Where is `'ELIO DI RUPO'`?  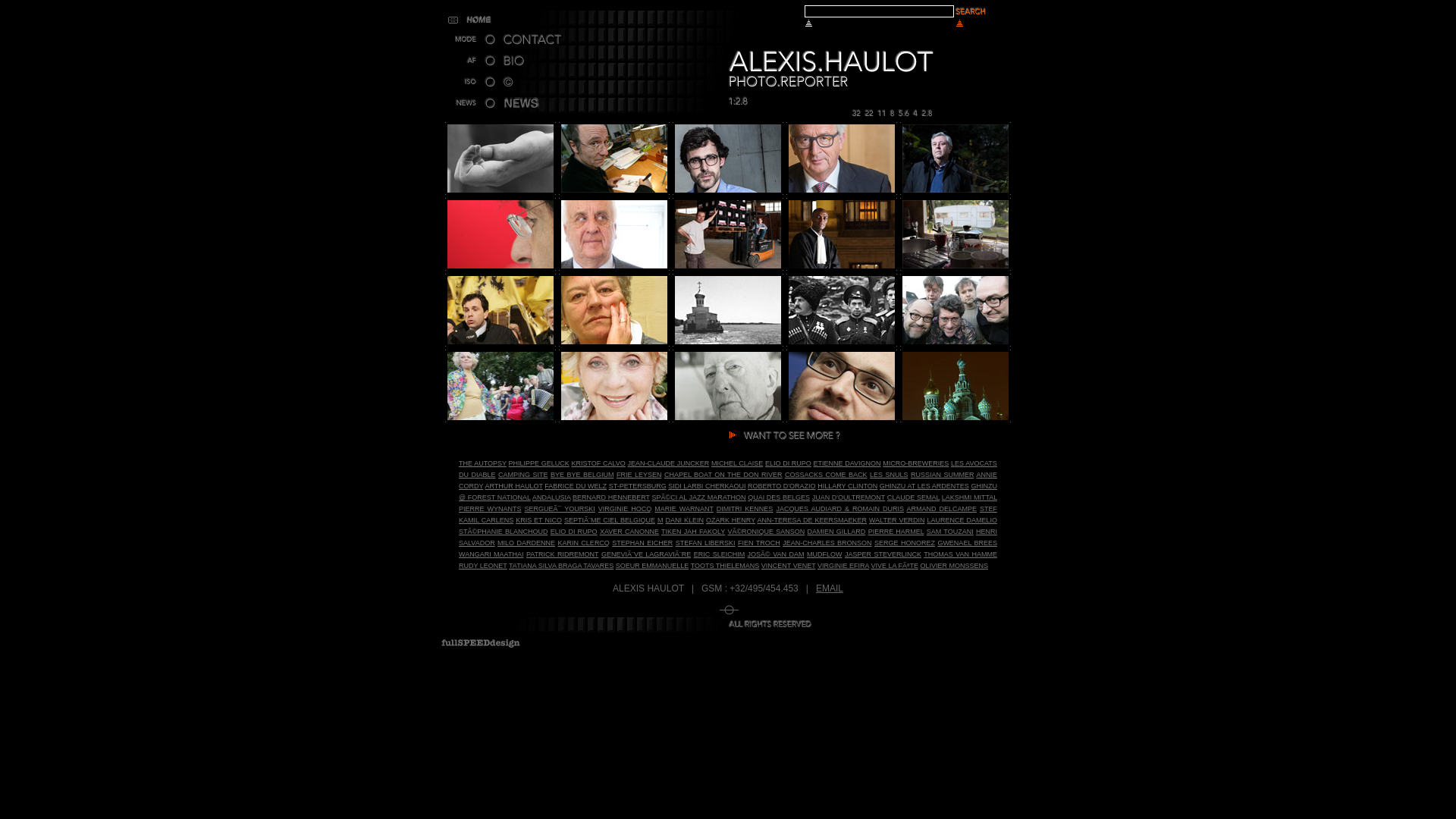 'ELIO DI RUPO' is located at coordinates (573, 531).